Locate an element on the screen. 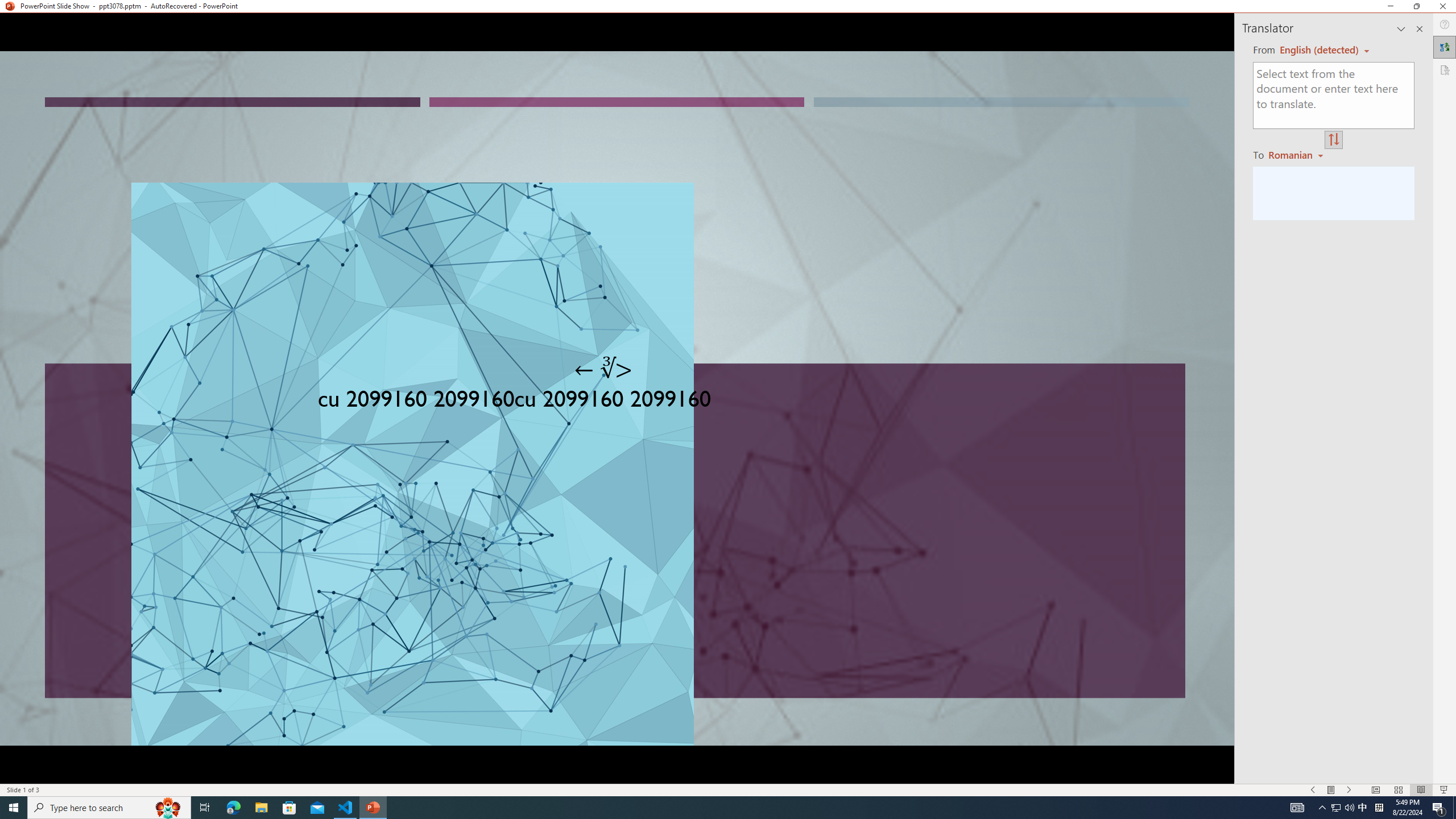 The image size is (1456, 819). 'Romanian' is located at coordinates (1296, 154).